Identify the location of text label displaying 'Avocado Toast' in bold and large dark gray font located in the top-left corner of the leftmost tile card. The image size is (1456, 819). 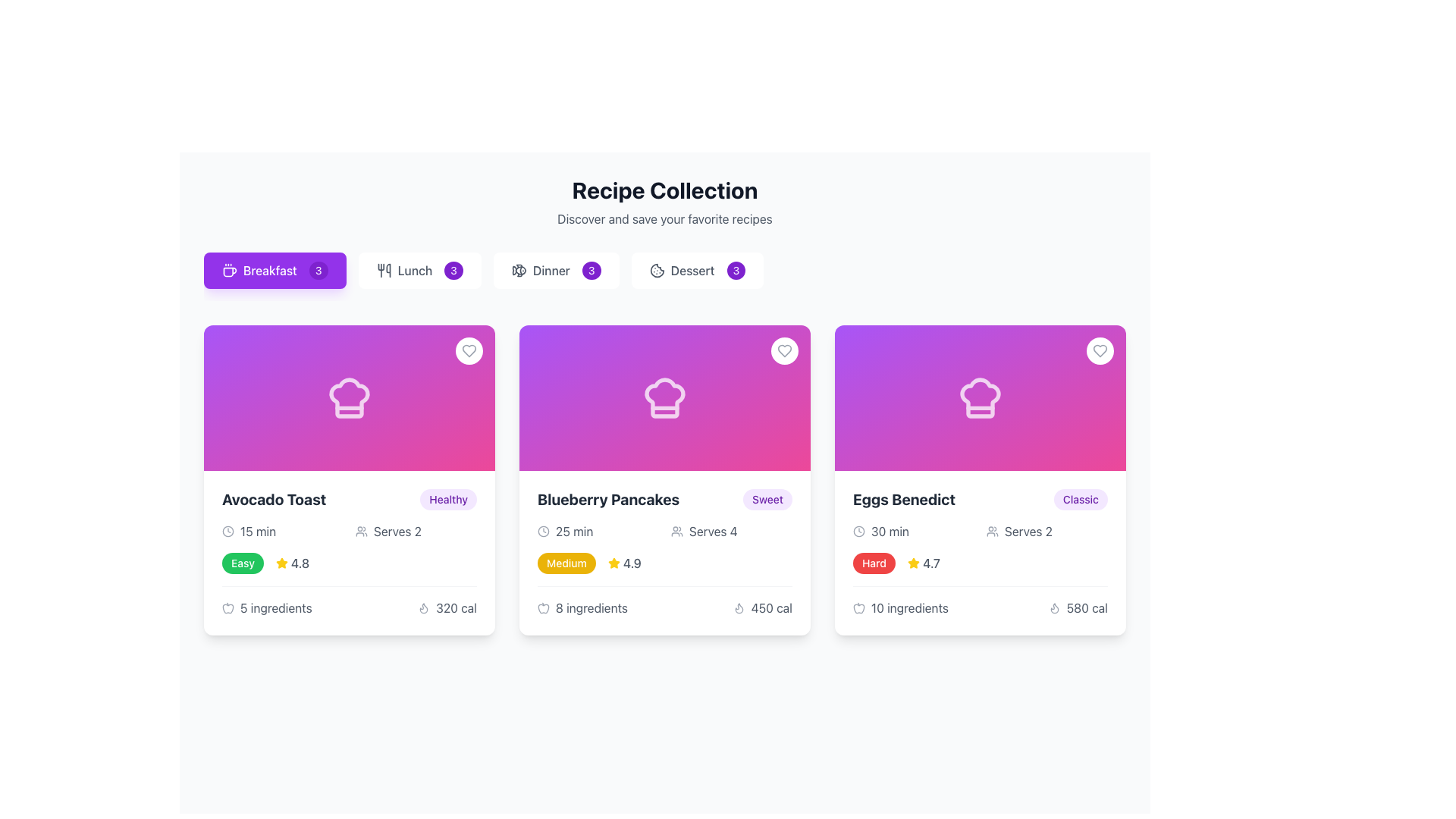
(274, 500).